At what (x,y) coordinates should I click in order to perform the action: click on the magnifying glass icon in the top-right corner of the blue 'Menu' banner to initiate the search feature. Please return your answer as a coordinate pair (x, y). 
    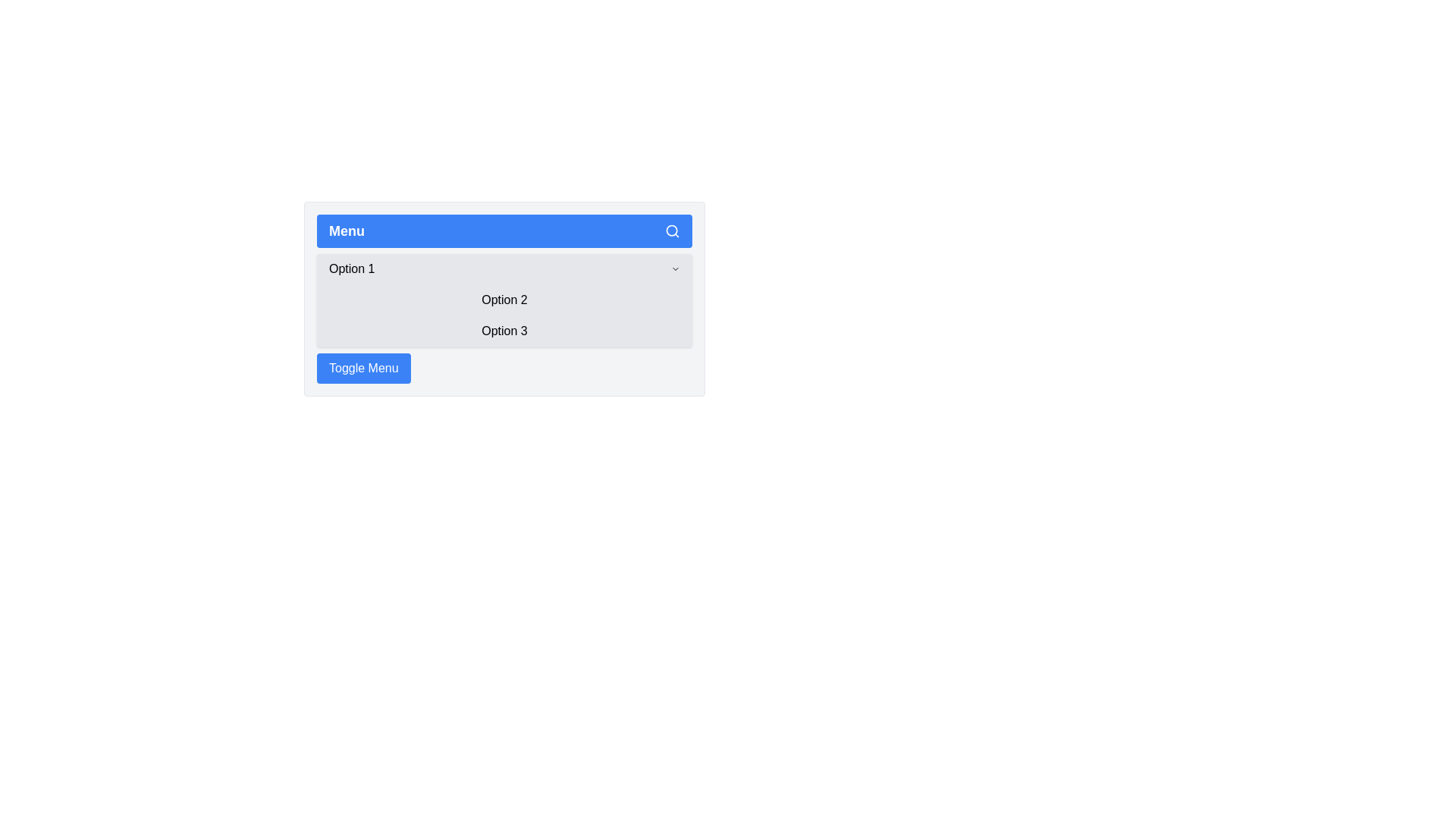
    Looking at the image, I should click on (672, 231).